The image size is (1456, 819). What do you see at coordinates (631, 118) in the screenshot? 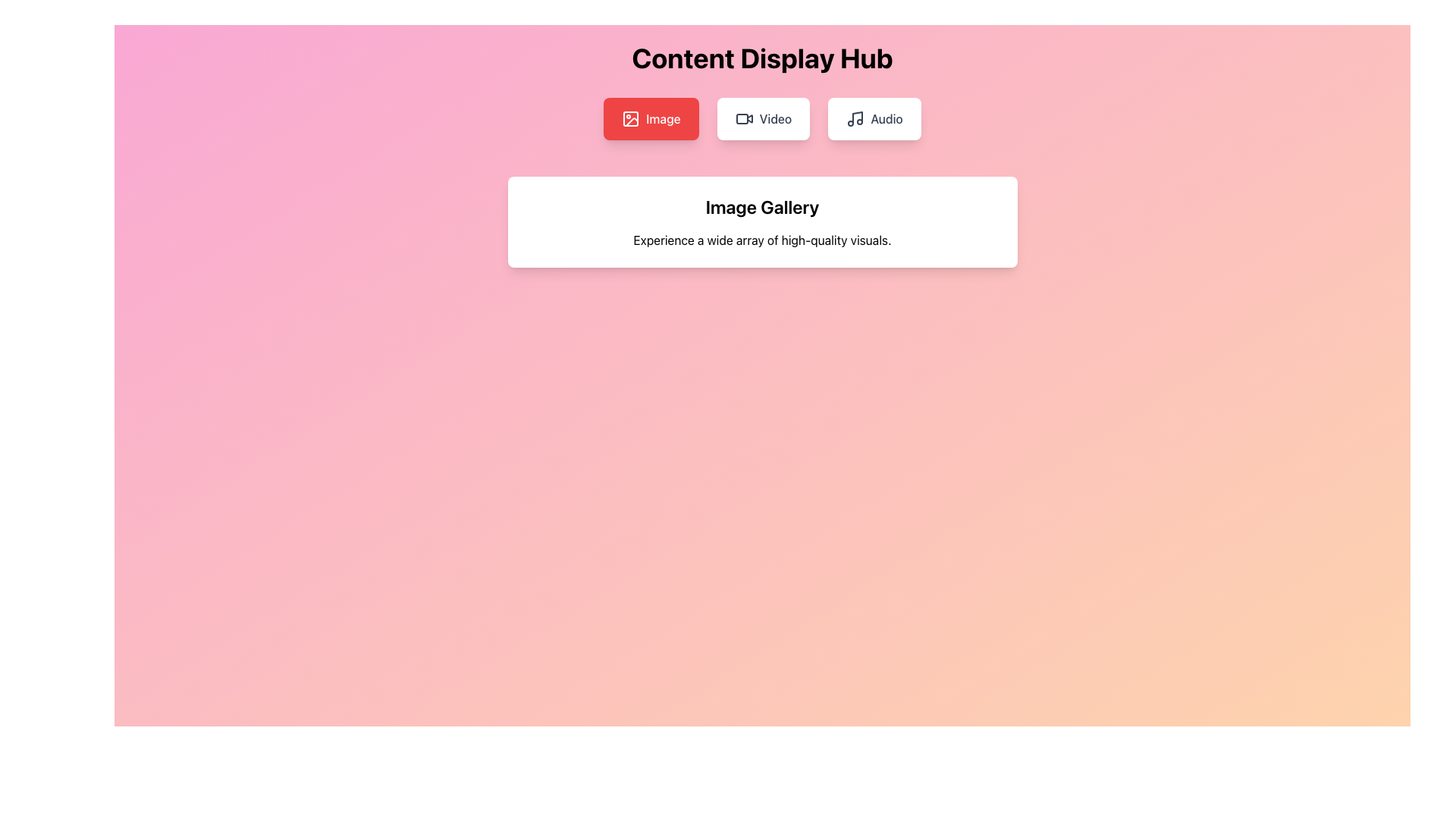
I see `the SVG icon that resembles an image, which is located on the leftmost side of a group of three buttons (Image, Video, Audio) below the 'Content Display Hub' heading, within the red button labeled 'Image'` at bounding box center [631, 118].